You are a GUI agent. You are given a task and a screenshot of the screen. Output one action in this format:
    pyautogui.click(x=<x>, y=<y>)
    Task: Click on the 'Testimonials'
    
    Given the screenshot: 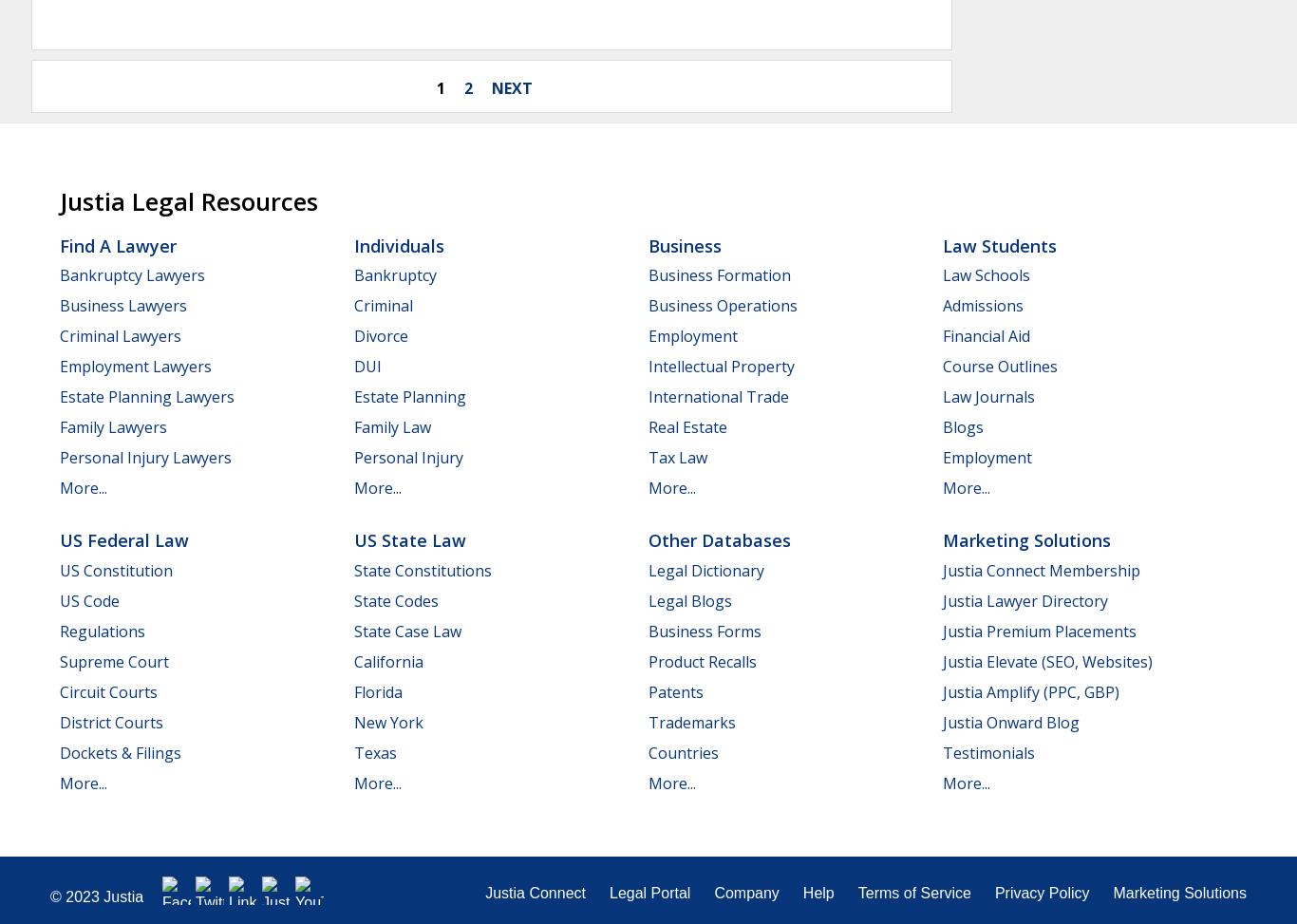 What is the action you would take?
    pyautogui.click(x=987, y=751)
    